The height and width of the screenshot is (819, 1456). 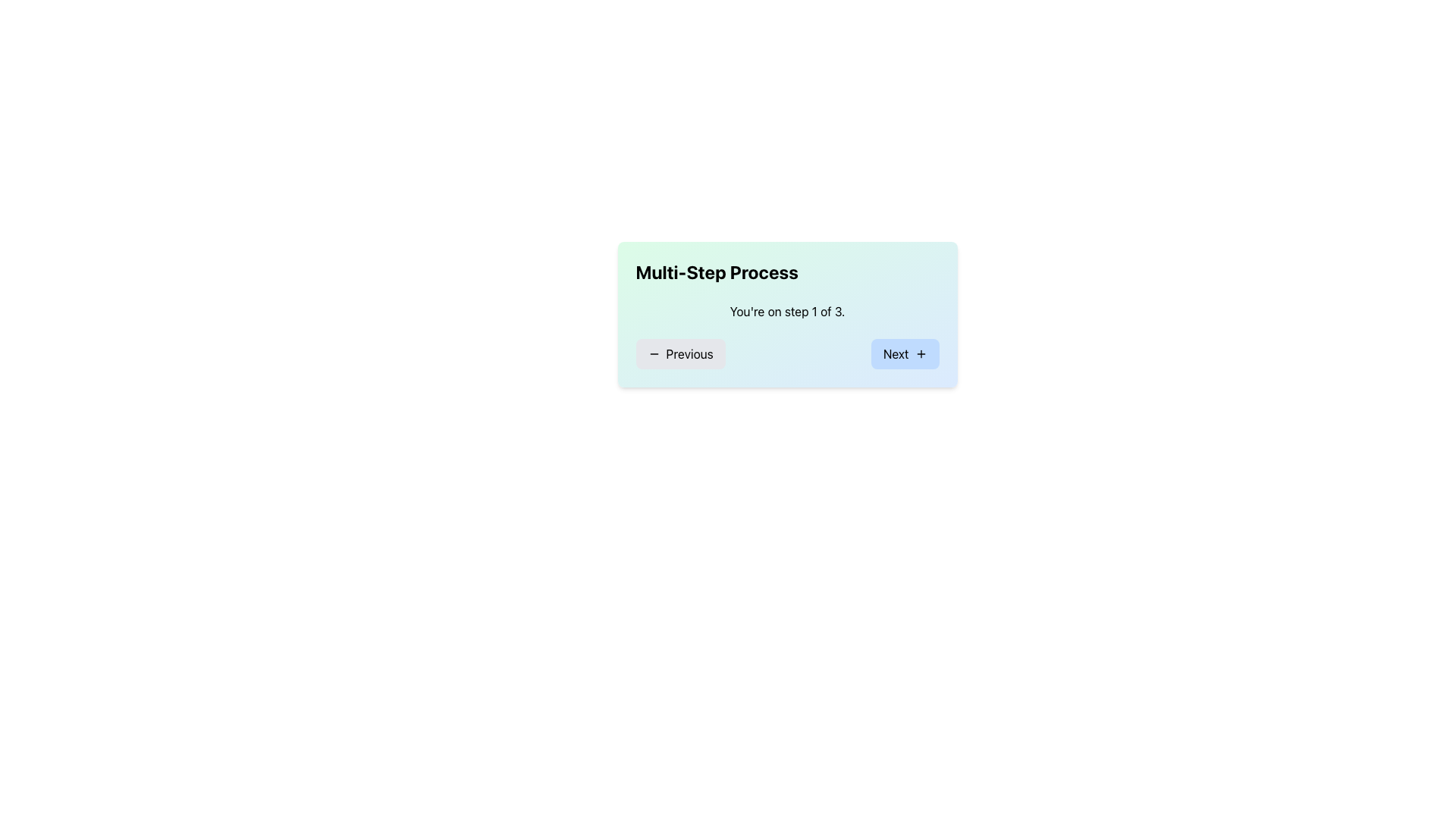 What do you see at coordinates (654, 353) in the screenshot?
I see `the small horizontal line icon located inside the 'Previous' button, which is adjacent to the 'Previous' text` at bounding box center [654, 353].